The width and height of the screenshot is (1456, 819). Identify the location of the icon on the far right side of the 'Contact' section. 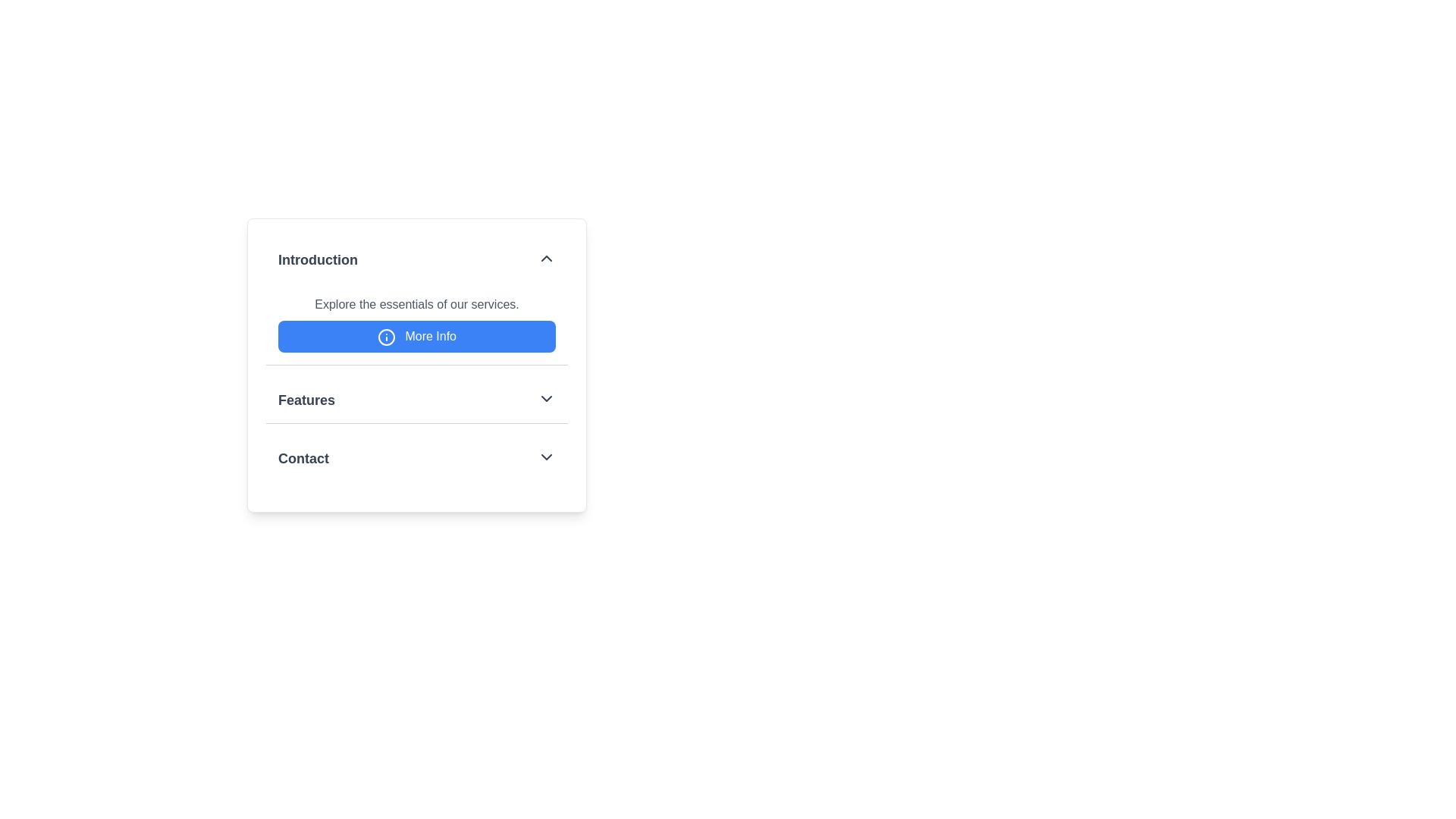
(546, 456).